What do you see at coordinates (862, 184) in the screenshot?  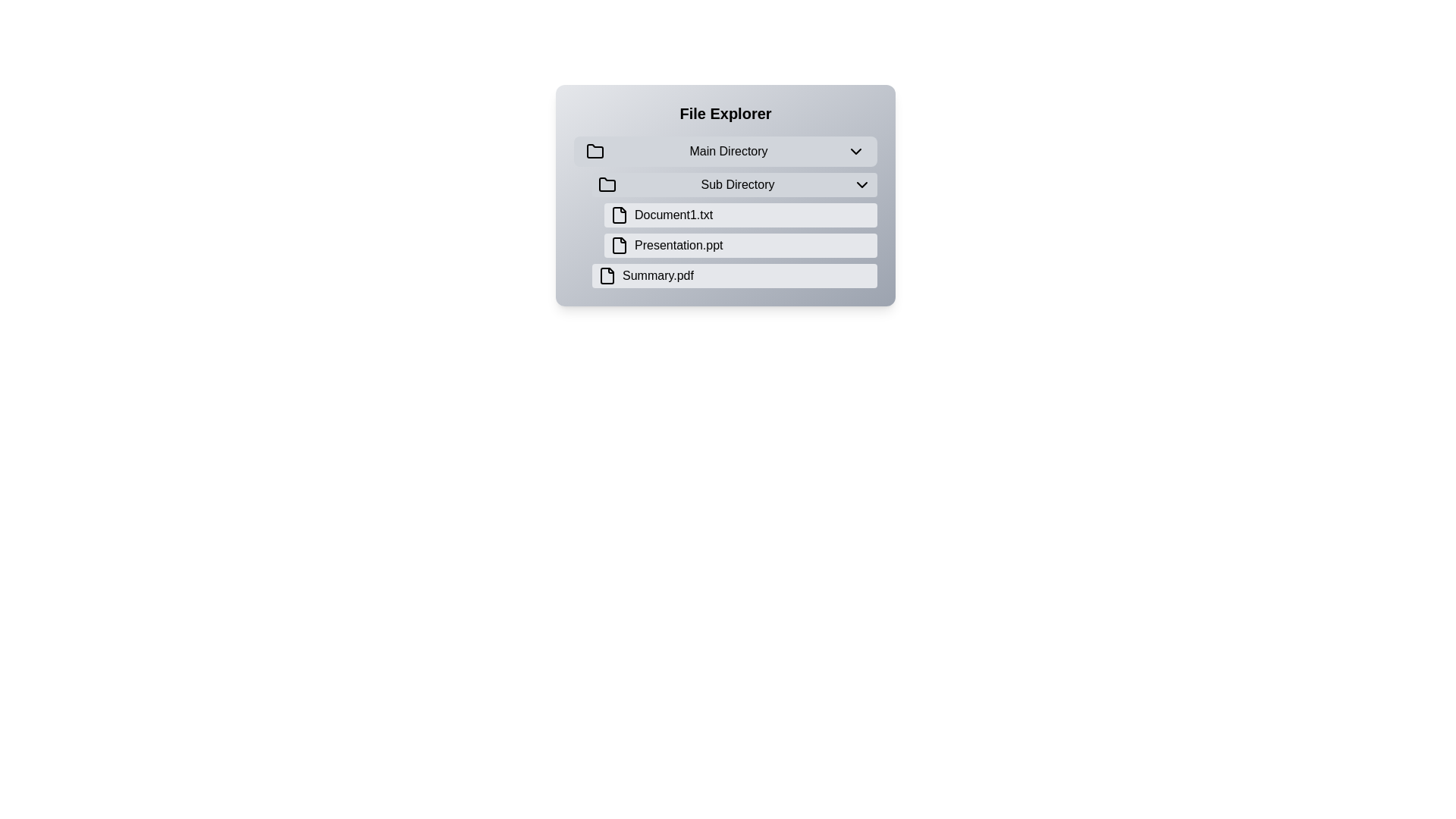 I see `the chevron-down icon located to the right of the 'Sub Directory' button in the File Explorer interface` at bounding box center [862, 184].